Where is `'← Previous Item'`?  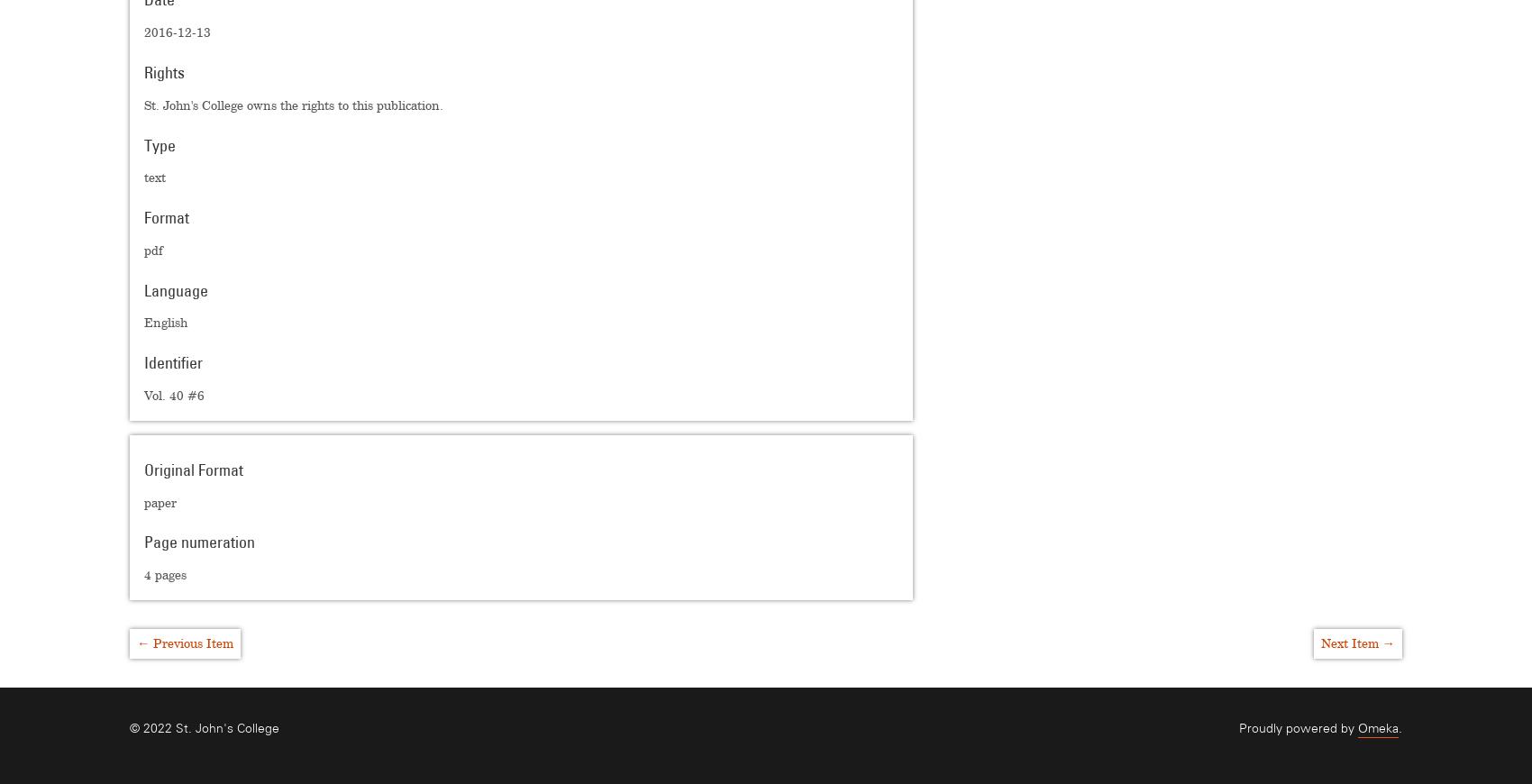 '← Previous Item' is located at coordinates (184, 642).